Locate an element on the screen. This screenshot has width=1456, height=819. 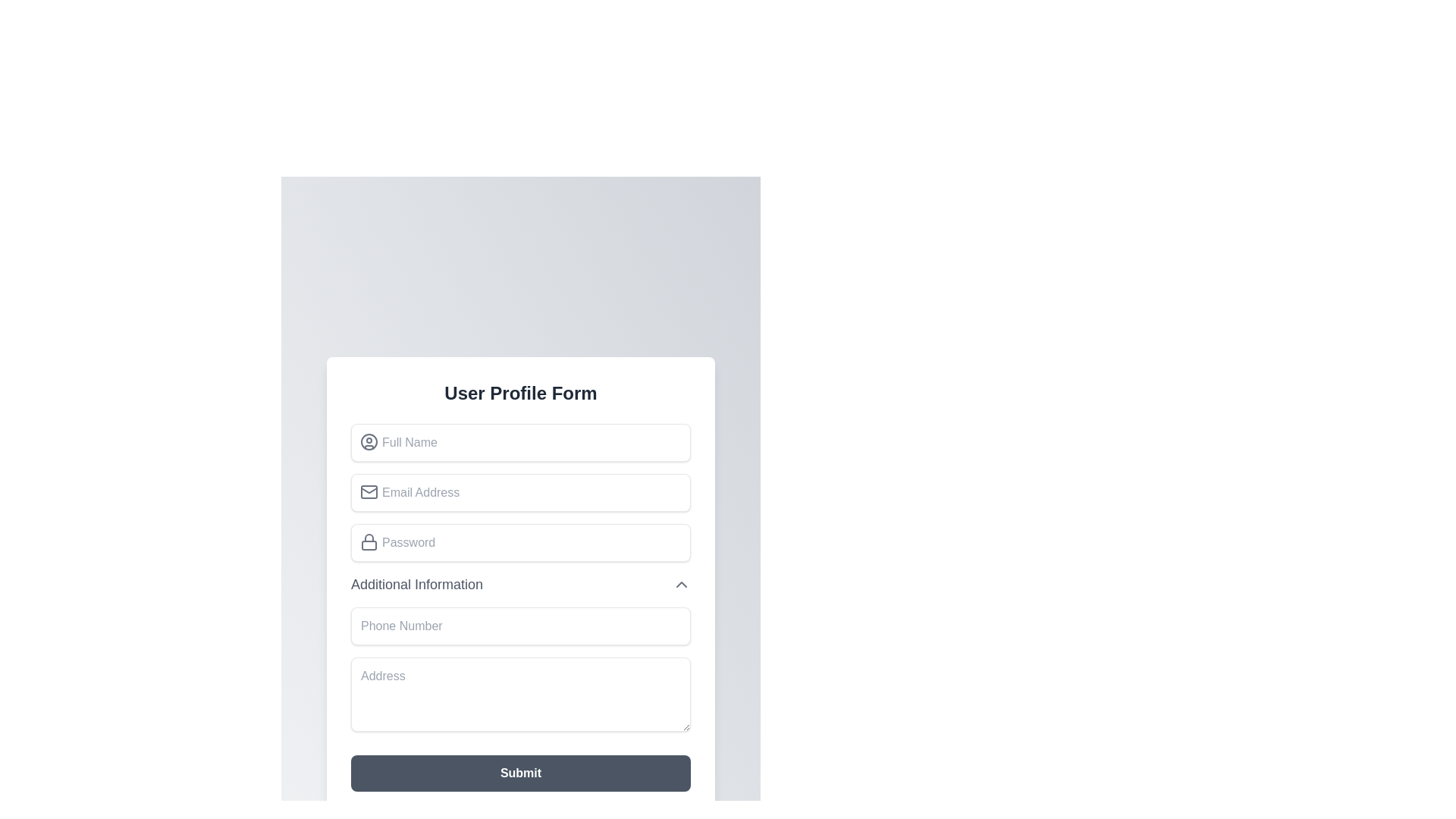
the stylized user icon located at the top-left corner of the Full Name input field area, which features a circular outline and a minimalist design is located at coordinates (369, 441).